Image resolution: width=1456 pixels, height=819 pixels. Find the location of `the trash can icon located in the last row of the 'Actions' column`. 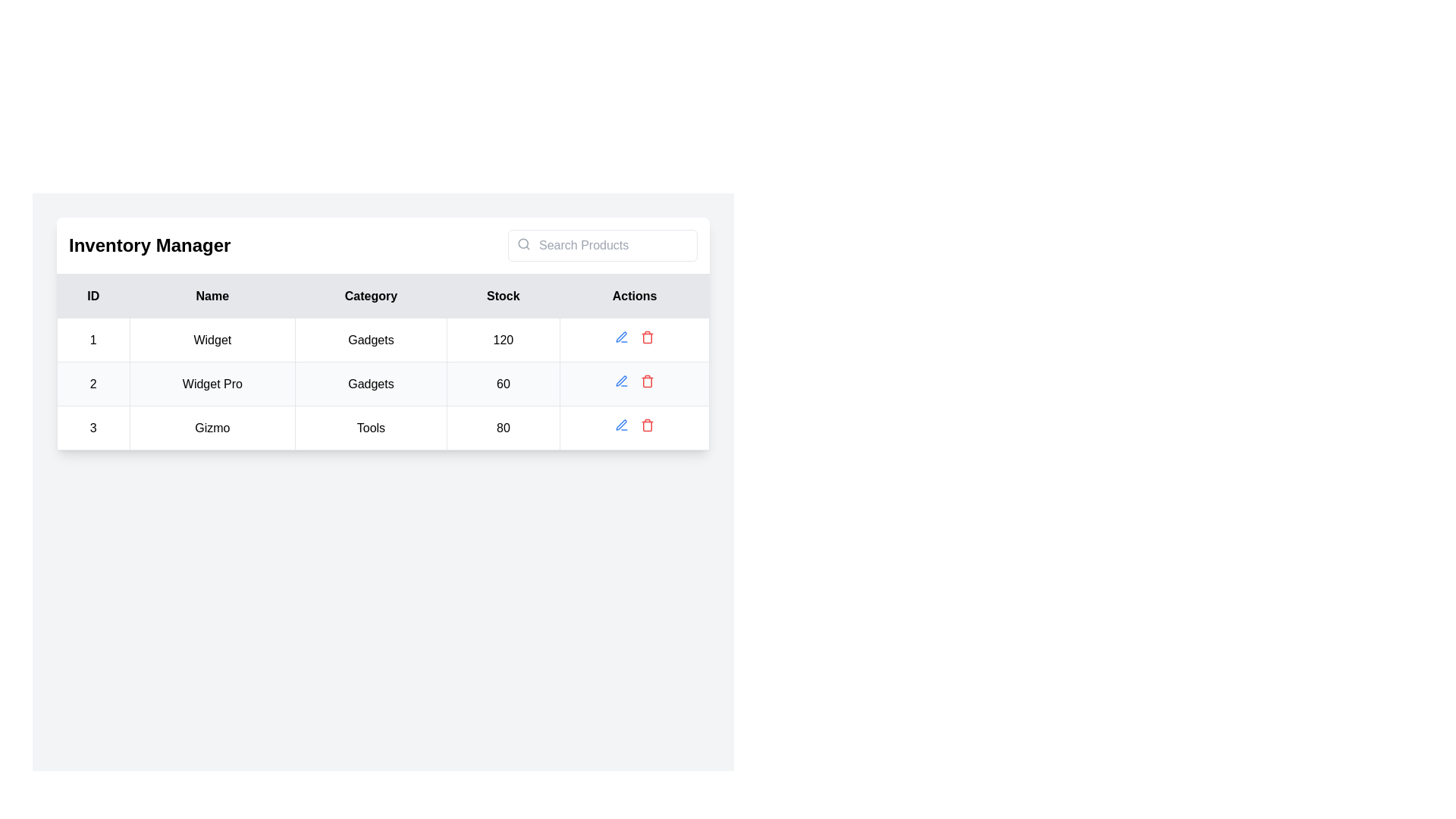

the trash can icon located in the last row of the 'Actions' column is located at coordinates (648, 426).